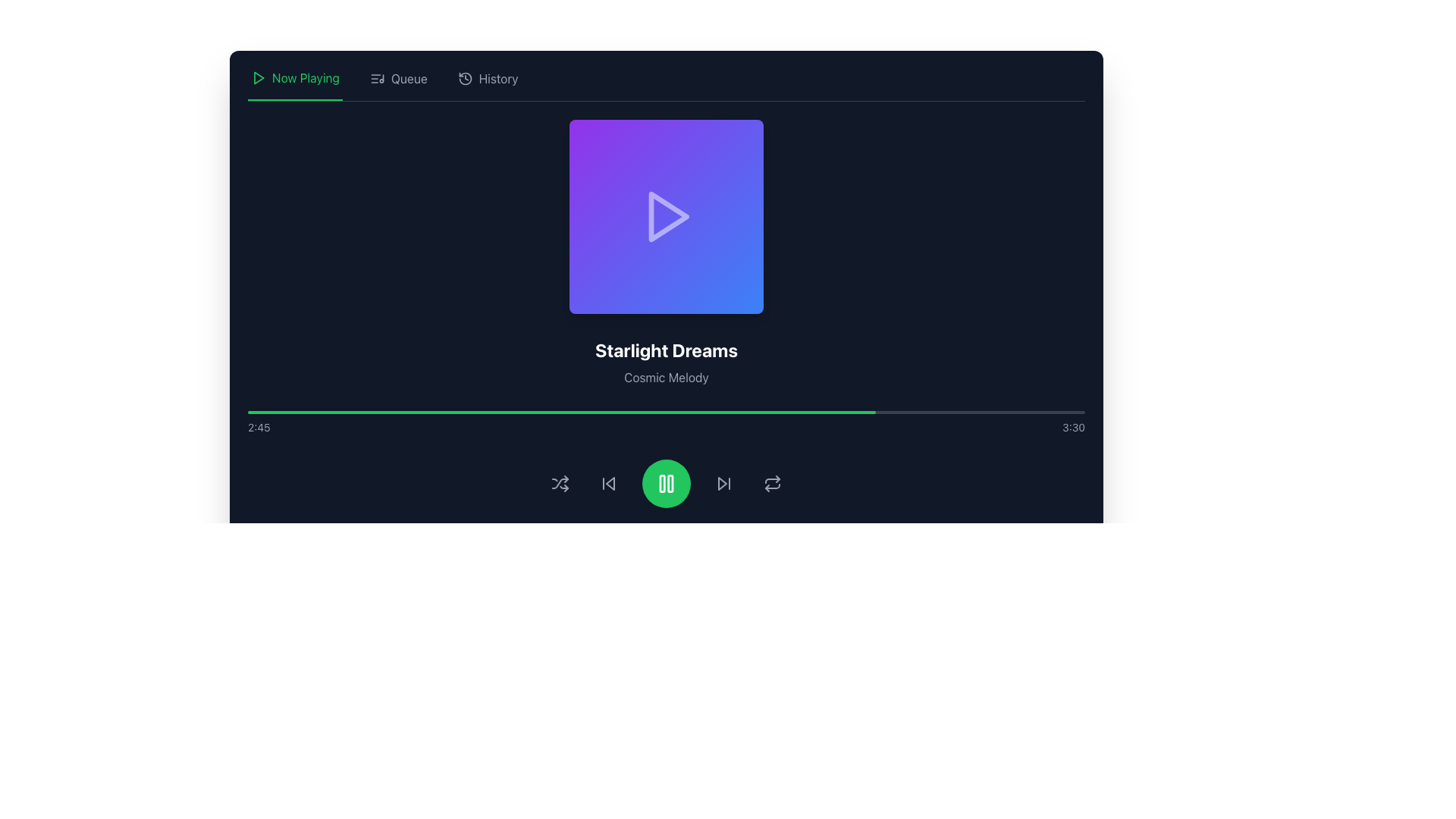 The height and width of the screenshot is (819, 1456). What do you see at coordinates (295, 84) in the screenshot?
I see `the navigation tab button for currently playing media` at bounding box center [295, 84].